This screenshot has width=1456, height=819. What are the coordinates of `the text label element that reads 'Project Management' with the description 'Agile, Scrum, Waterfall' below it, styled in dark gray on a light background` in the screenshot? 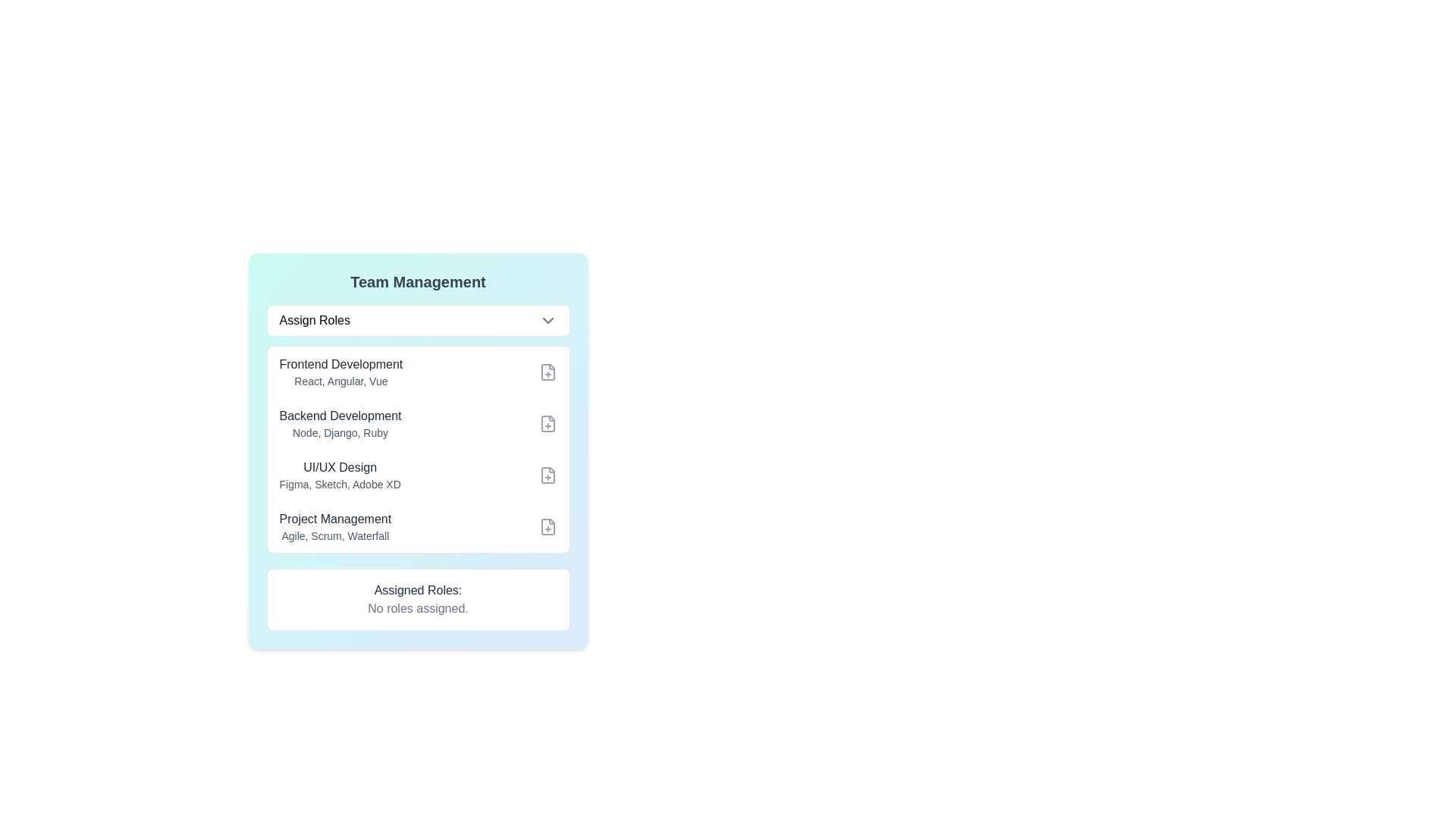 It's located at (334, 526).